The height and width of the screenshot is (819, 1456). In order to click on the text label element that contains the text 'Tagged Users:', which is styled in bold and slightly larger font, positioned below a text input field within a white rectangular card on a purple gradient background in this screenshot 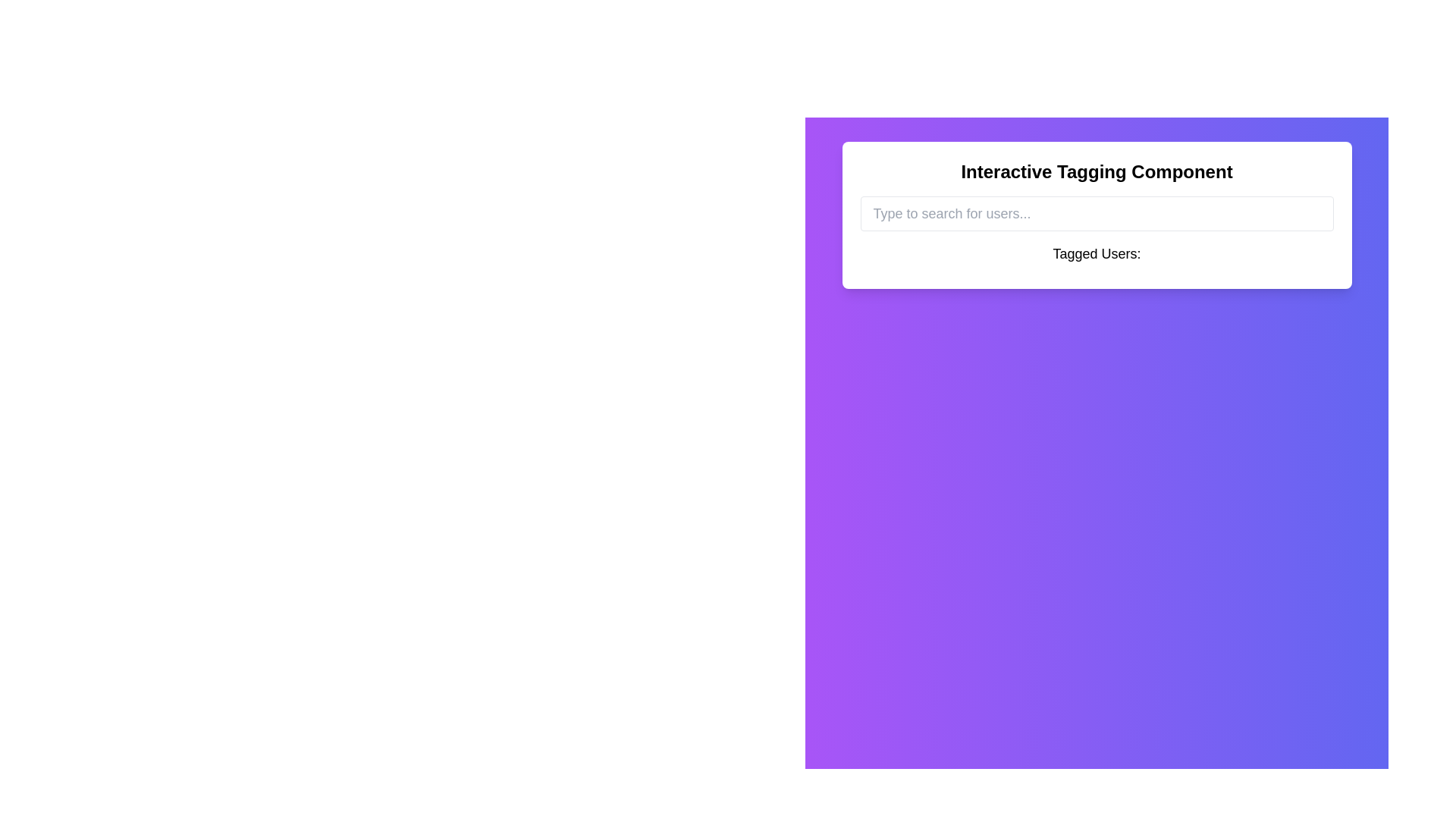, I will do `click(1097, 256)`.